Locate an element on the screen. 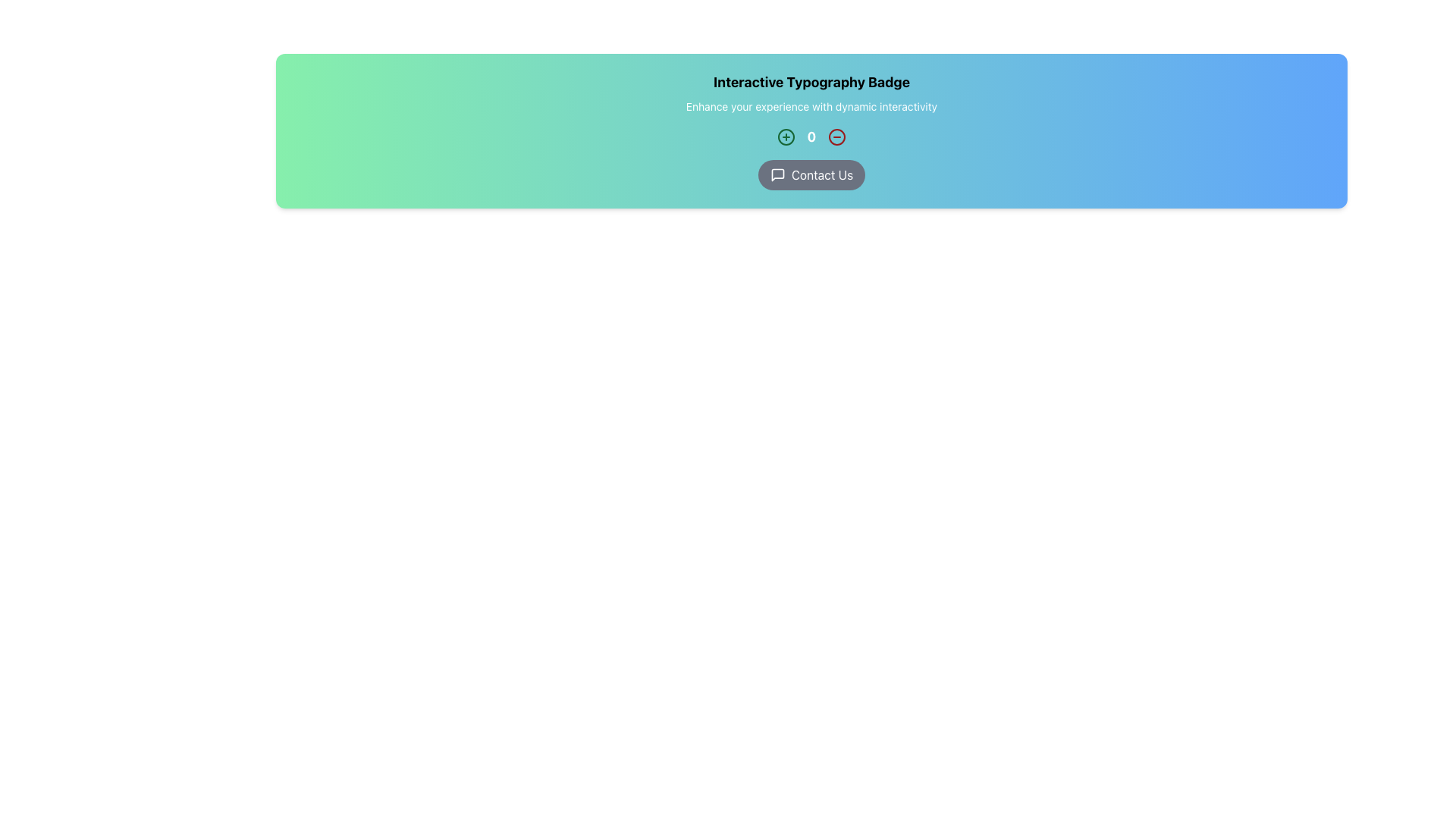  the circular boundary of the 'plus' sign icon, which is the first icon in a row of three icons, centered within a gradient-colored header is located at coordinates (786, 137).